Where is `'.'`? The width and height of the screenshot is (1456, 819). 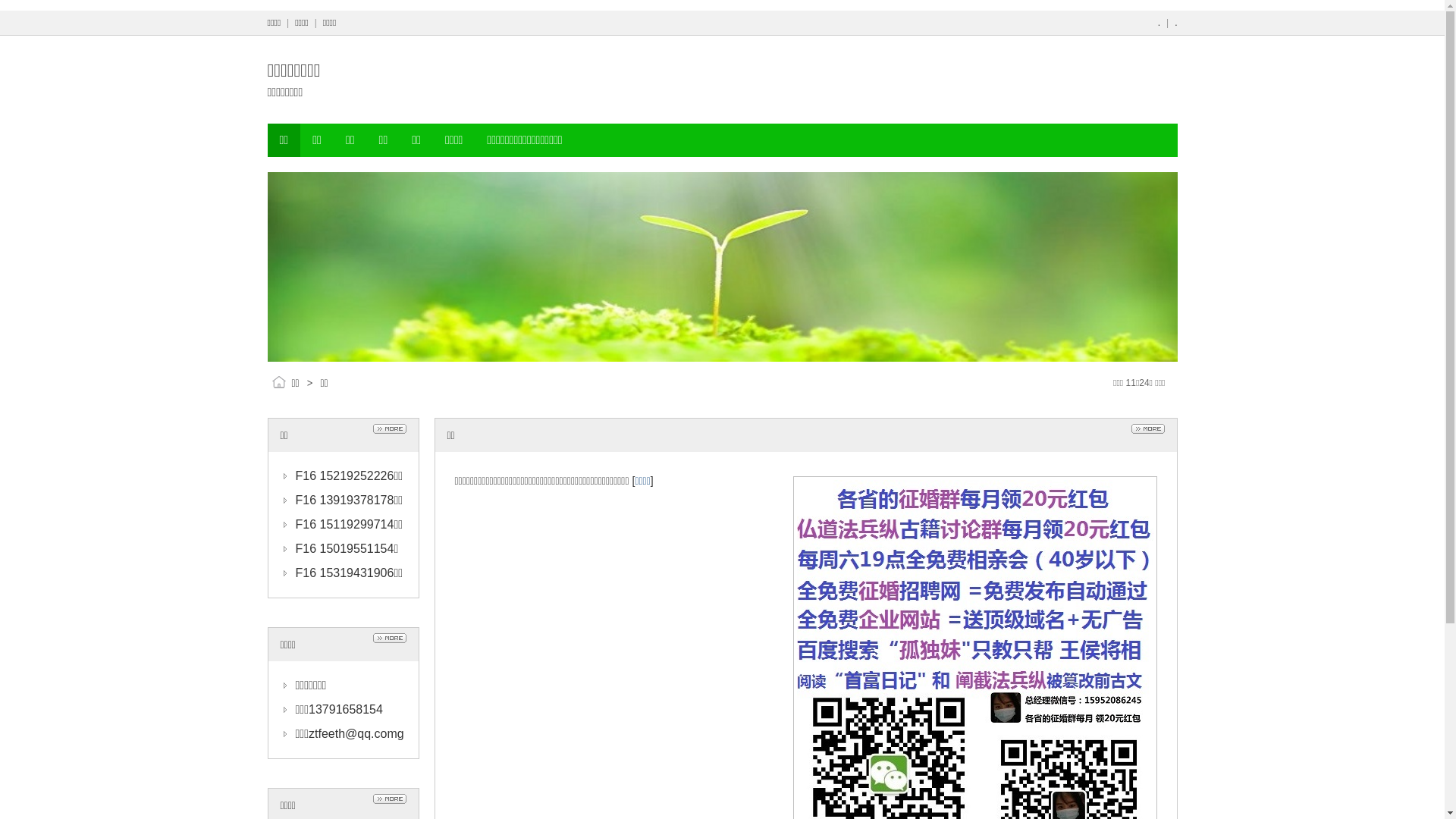 '.' is located at coordinates (1158, 23).